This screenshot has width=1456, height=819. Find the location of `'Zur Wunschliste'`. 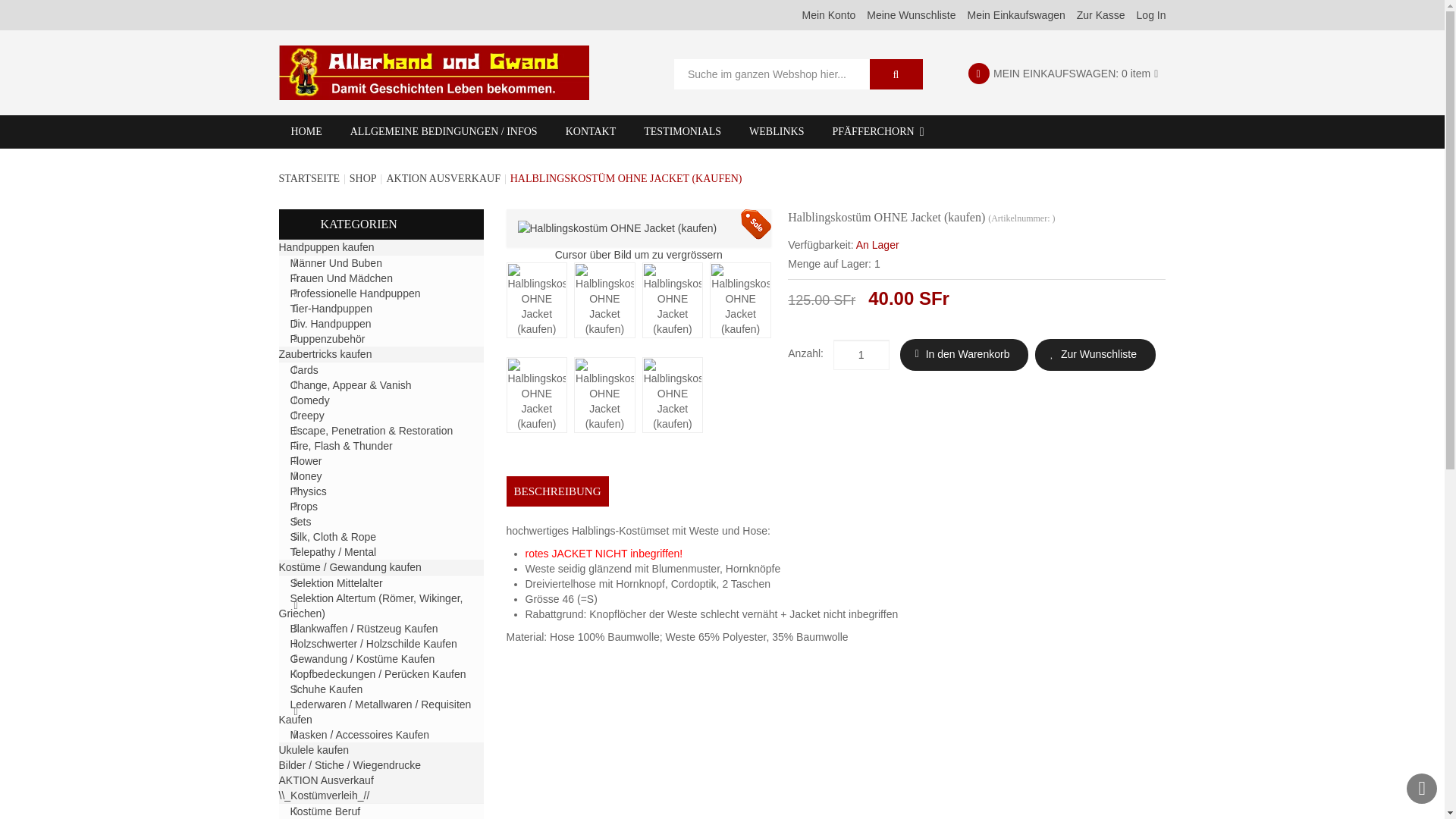

'Zur Wunschliste' is located at coordinates (1099, 354).